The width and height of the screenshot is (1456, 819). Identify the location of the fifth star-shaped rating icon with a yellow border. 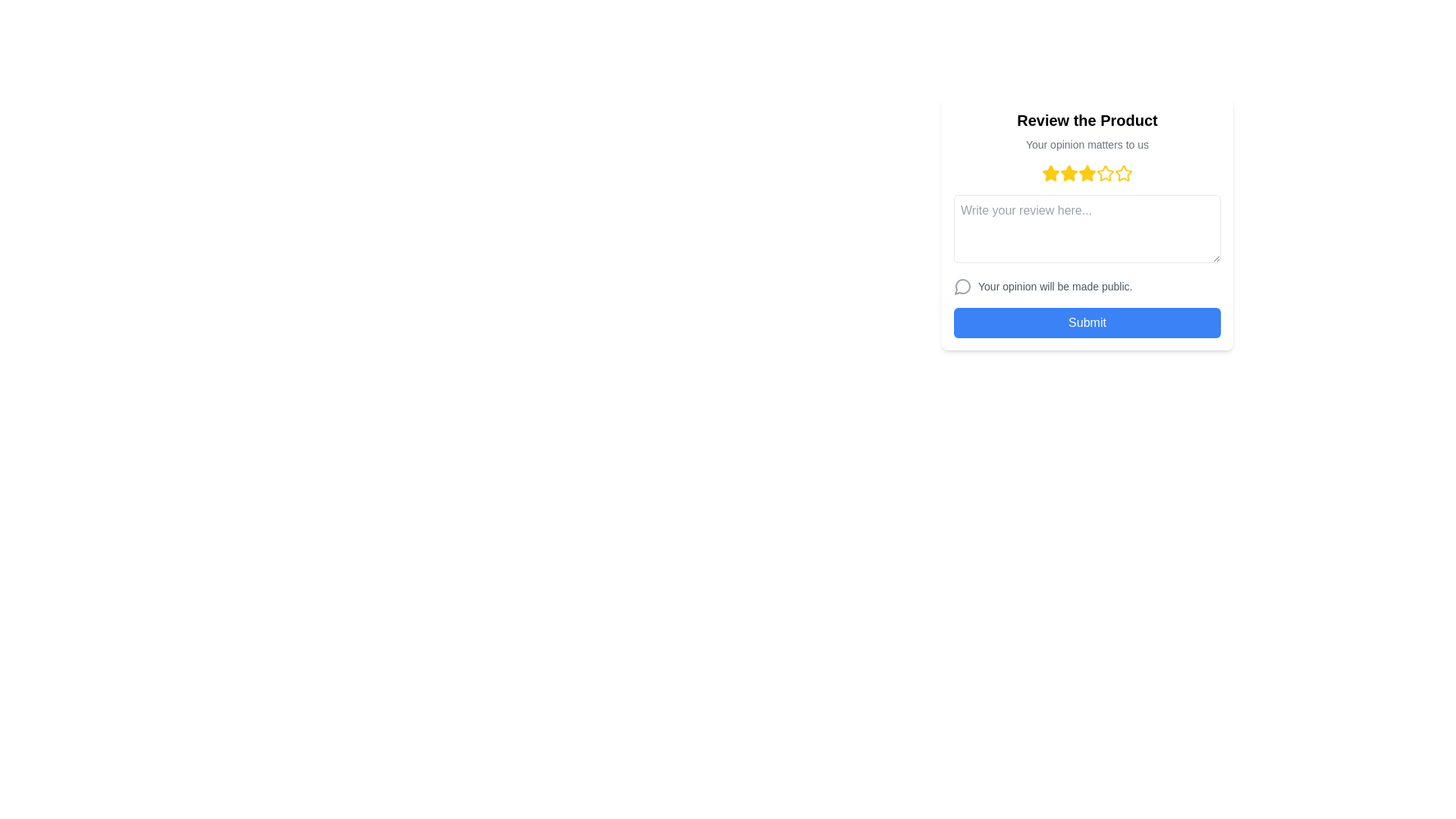
(1106, 172).